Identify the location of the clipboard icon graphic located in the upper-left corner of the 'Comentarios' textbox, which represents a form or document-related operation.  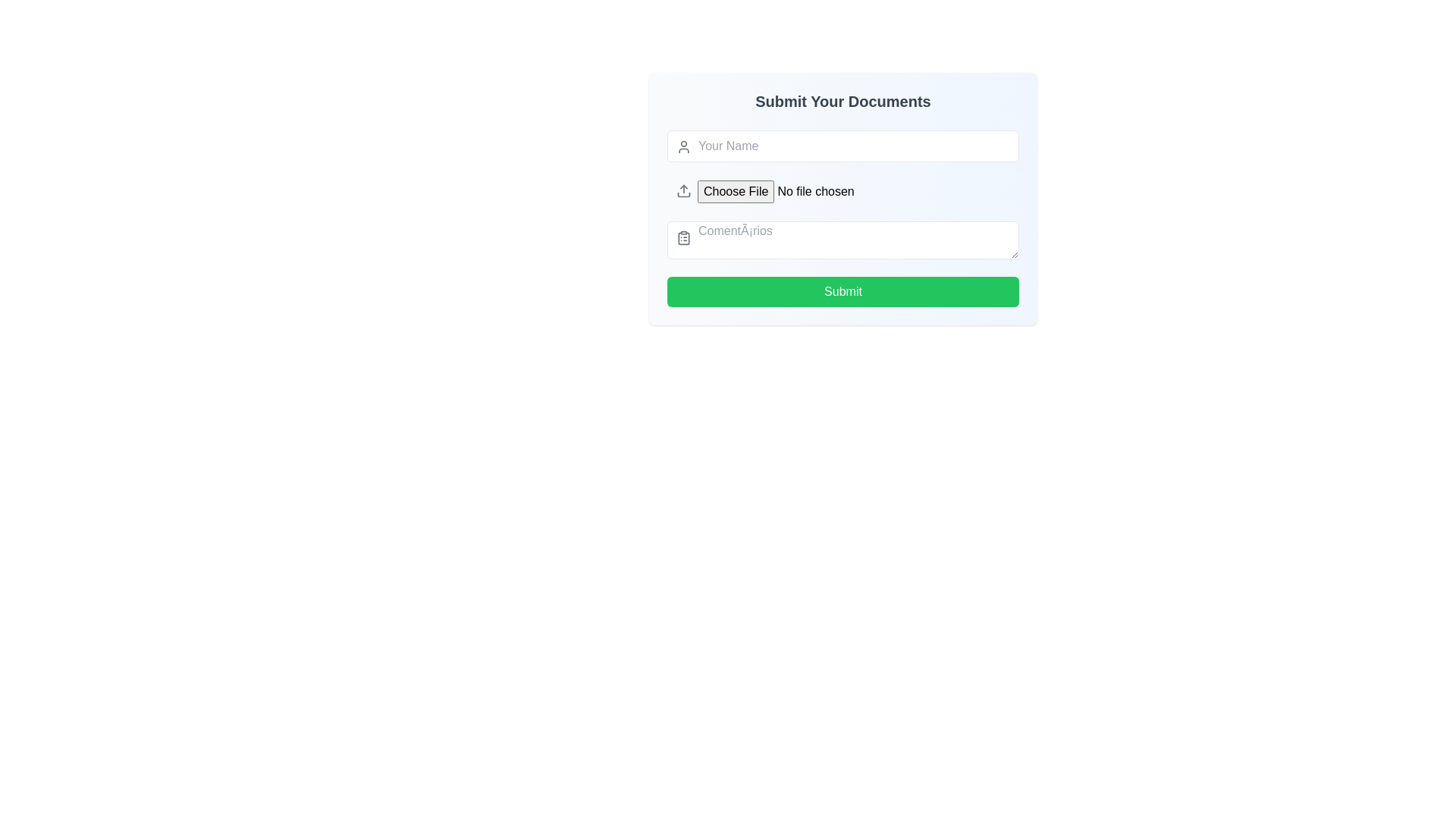
(683, 237).